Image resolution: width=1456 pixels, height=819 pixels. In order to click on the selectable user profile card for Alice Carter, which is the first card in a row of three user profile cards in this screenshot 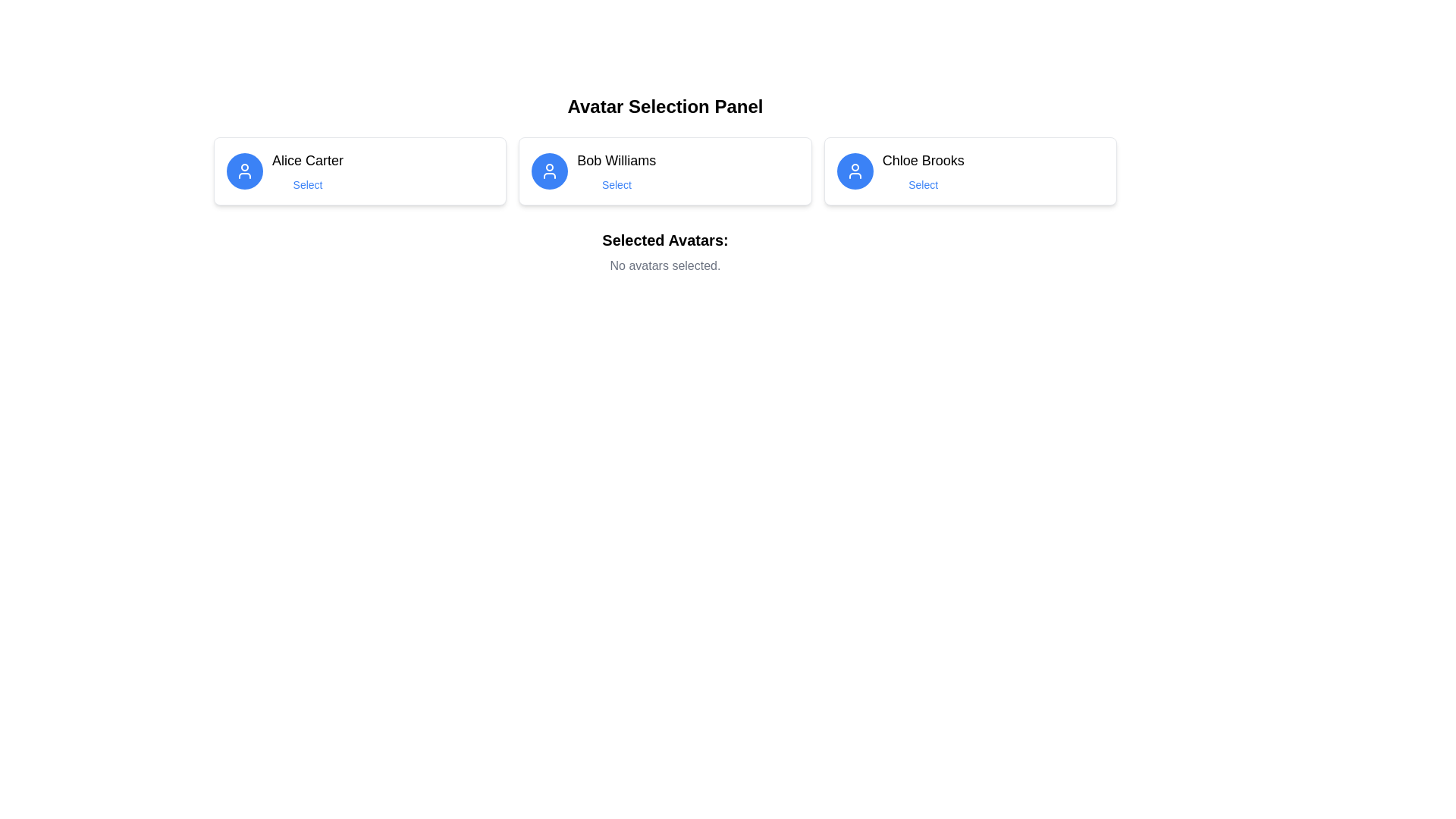, I will do `click(359, 171)`.